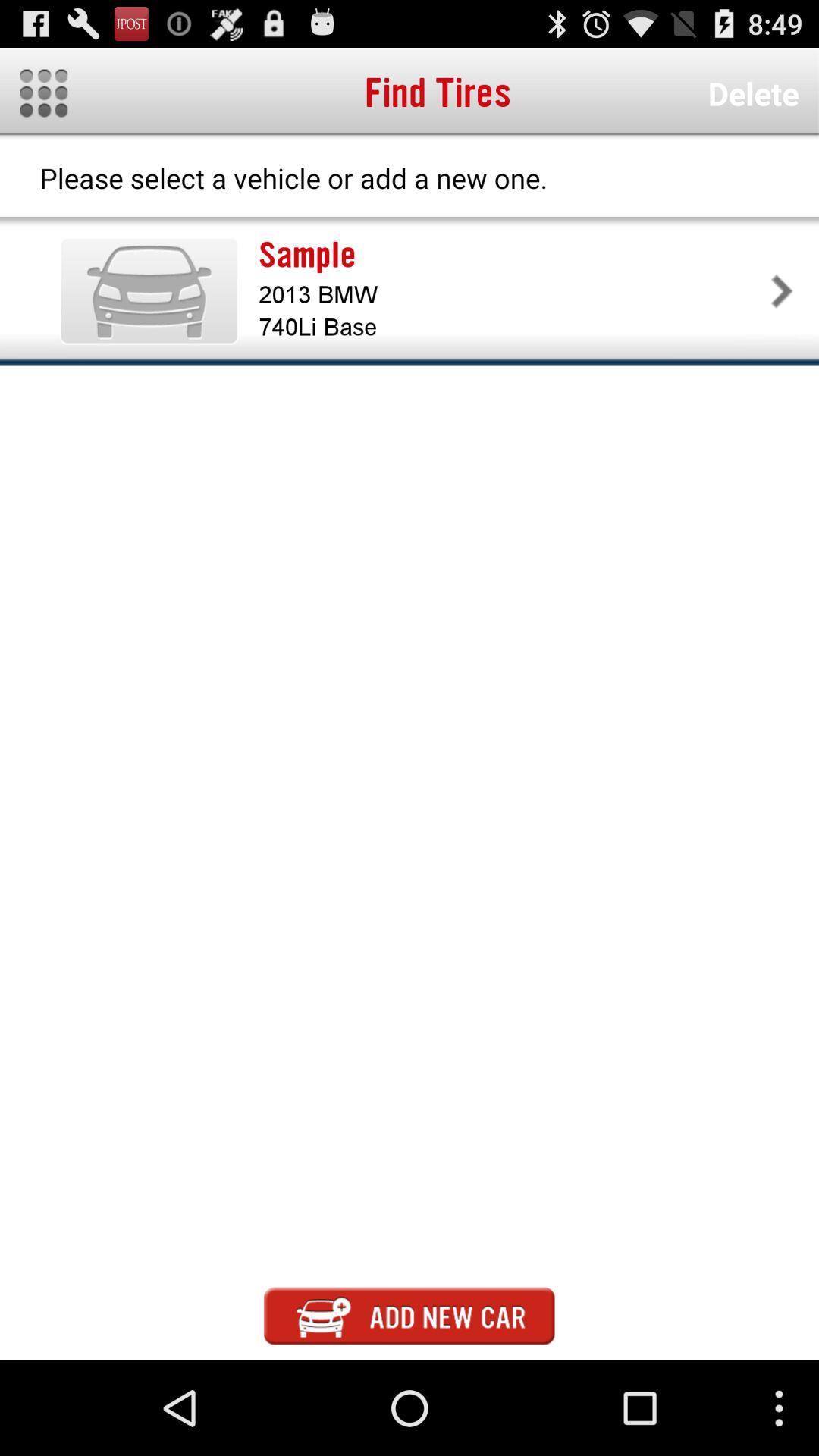  I want to click on item next to the find tires icon, so click(42, 93).